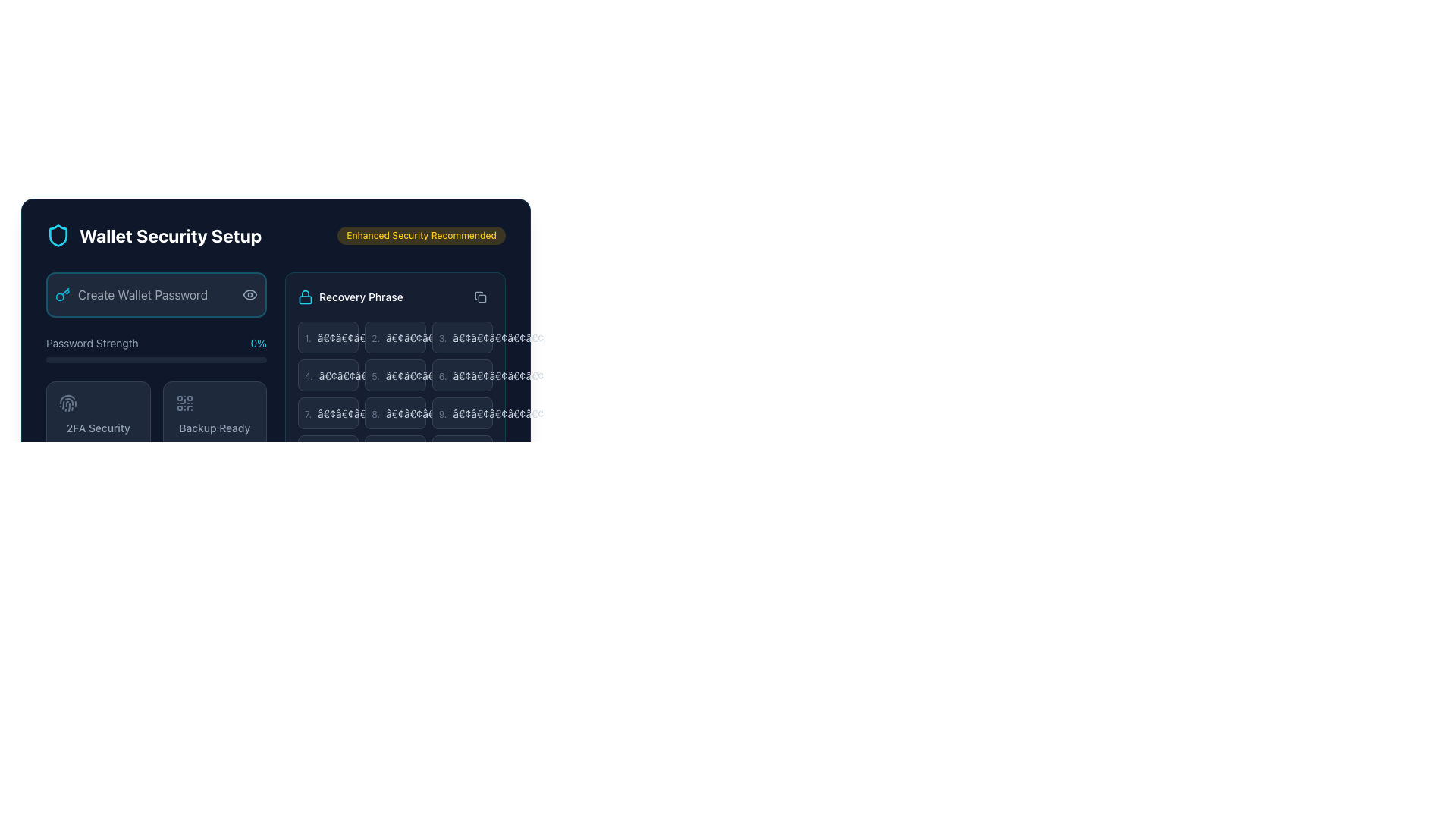  What do you see at coordinates (184, 403) in the screenshot?
I see `the security icon located in the bottom right quadrant of the 'Backup Ready' panel` at bounding box center [184, 403].